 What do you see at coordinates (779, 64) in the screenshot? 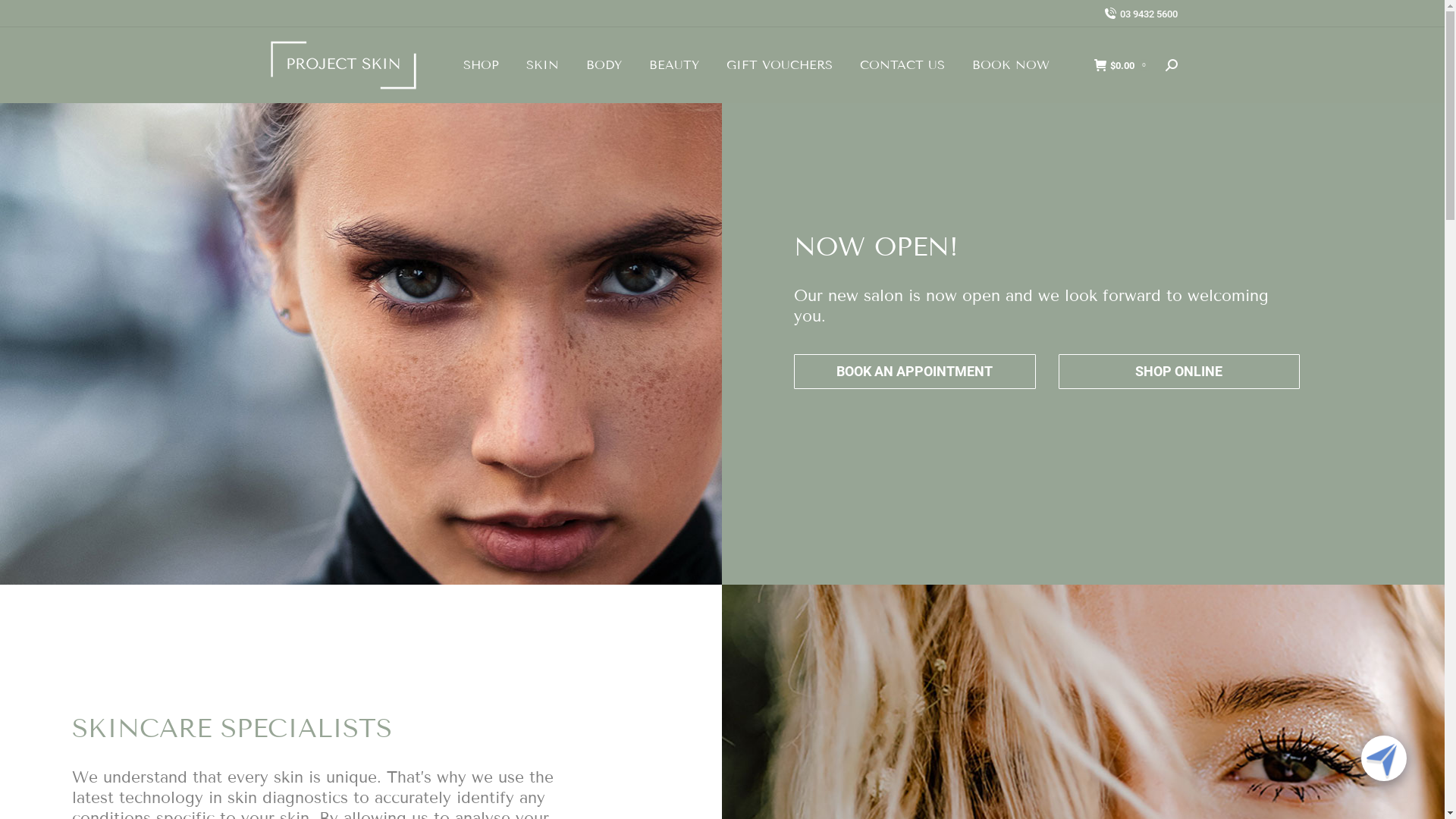
I see `'GIFT VOUCHERS'` at bounding box center [779, 64].